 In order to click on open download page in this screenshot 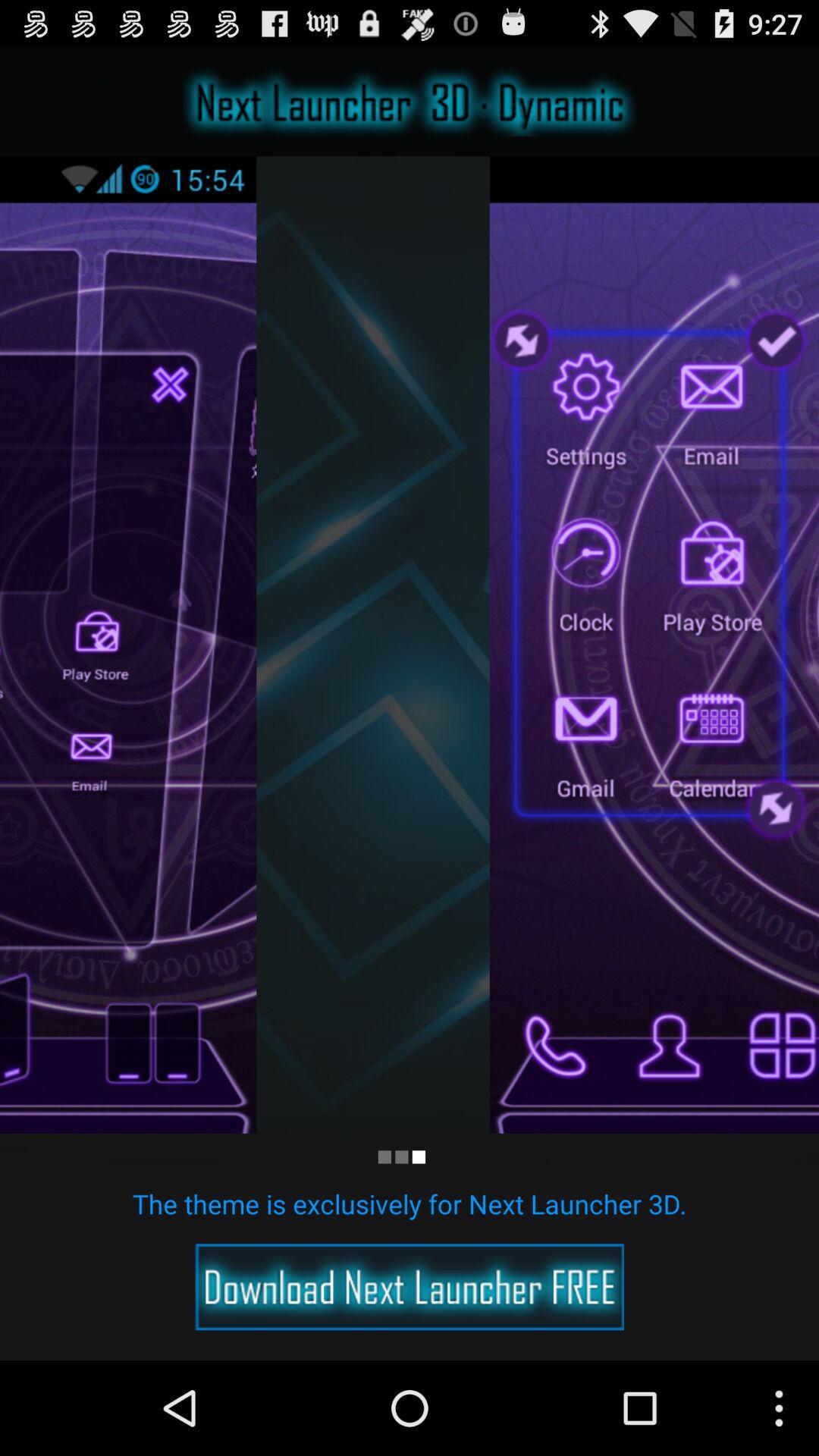, I will do `click(409, 1286)`.